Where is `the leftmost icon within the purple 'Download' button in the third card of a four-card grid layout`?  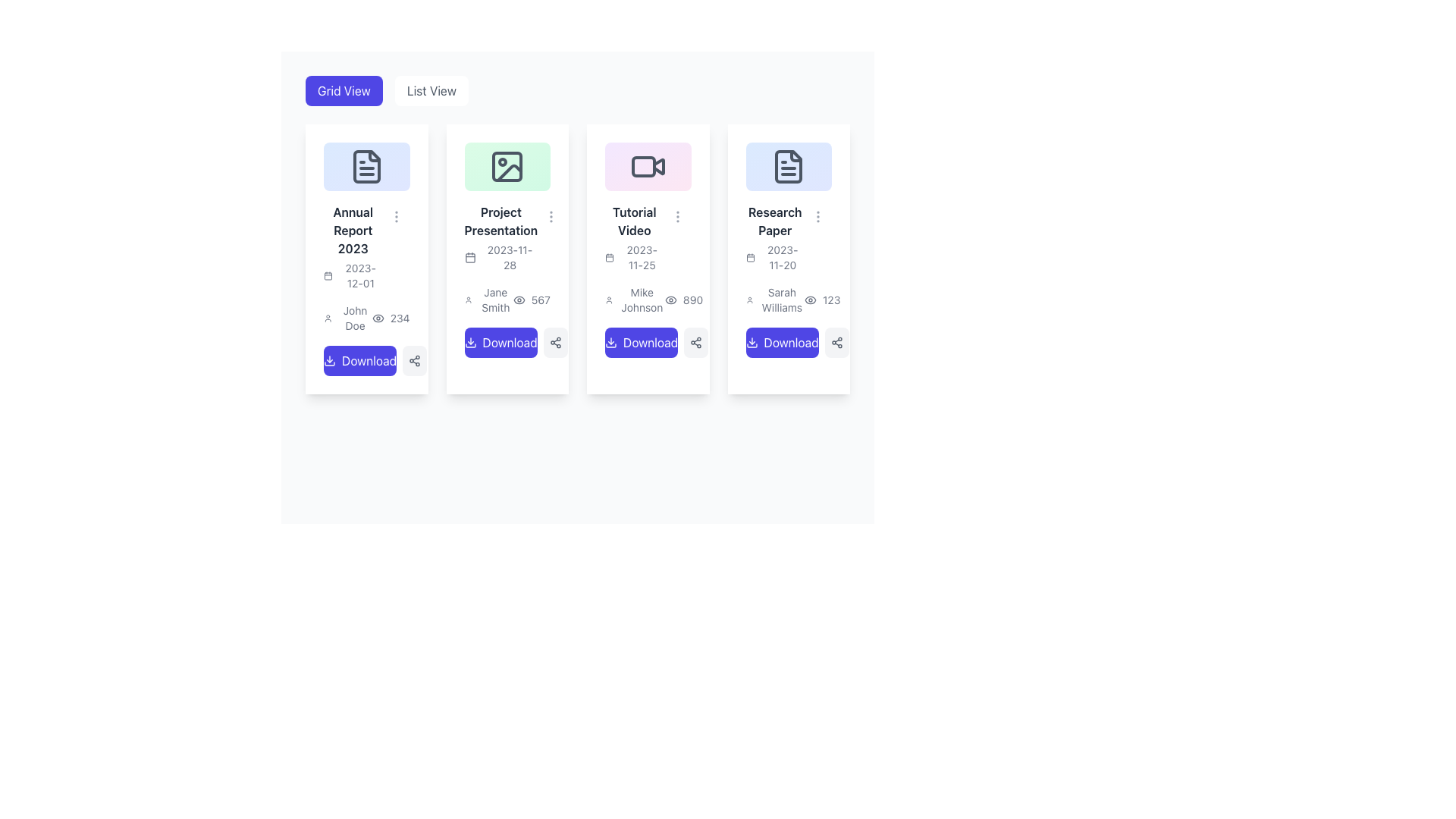
the leftmost icon within the purple 'Download' button in the third card of a four-card grid layout is located at coordinates (611, 342).